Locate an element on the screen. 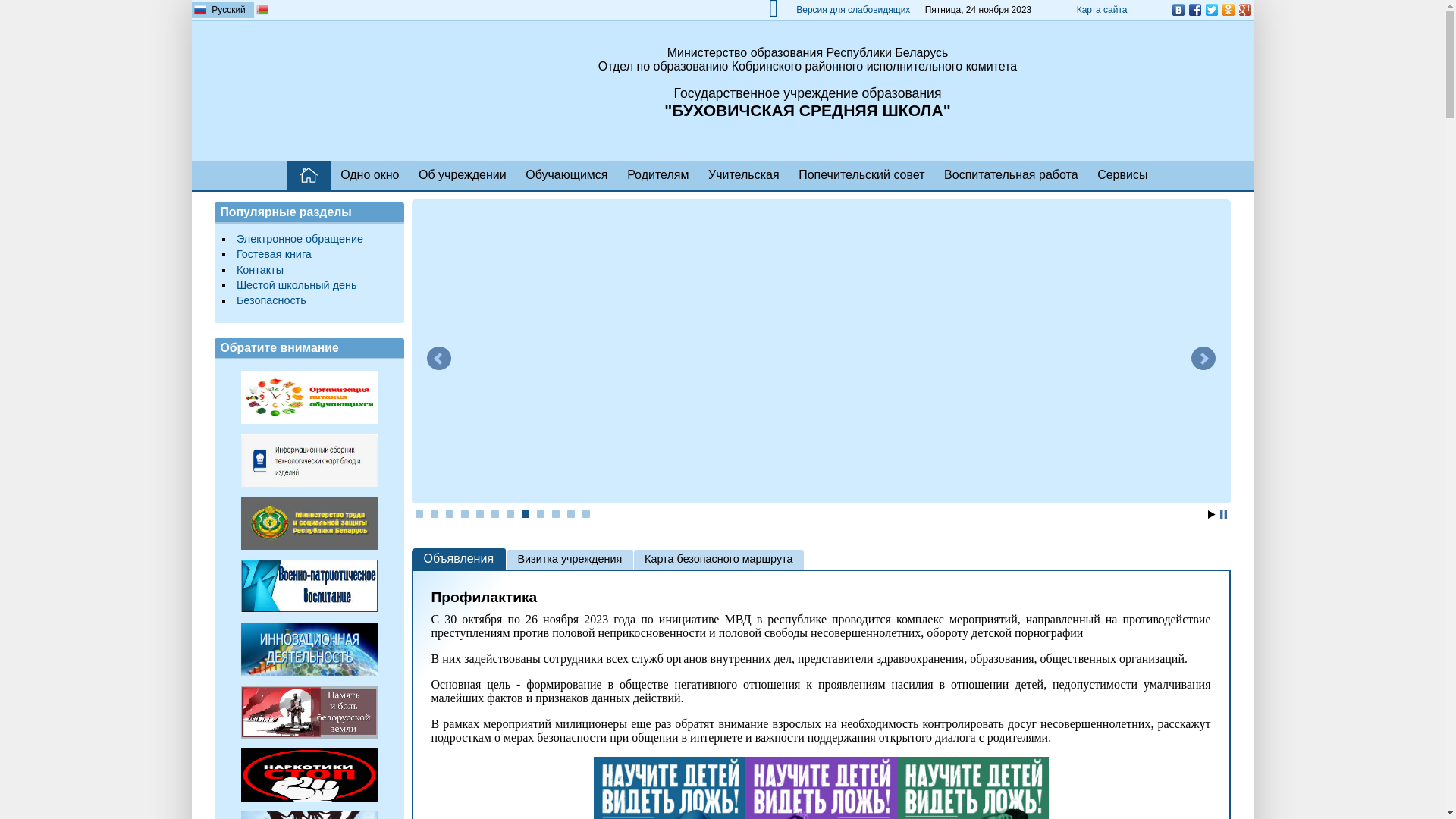 The image size is (1456, 819). '10' is located at coordinates (555, 513).